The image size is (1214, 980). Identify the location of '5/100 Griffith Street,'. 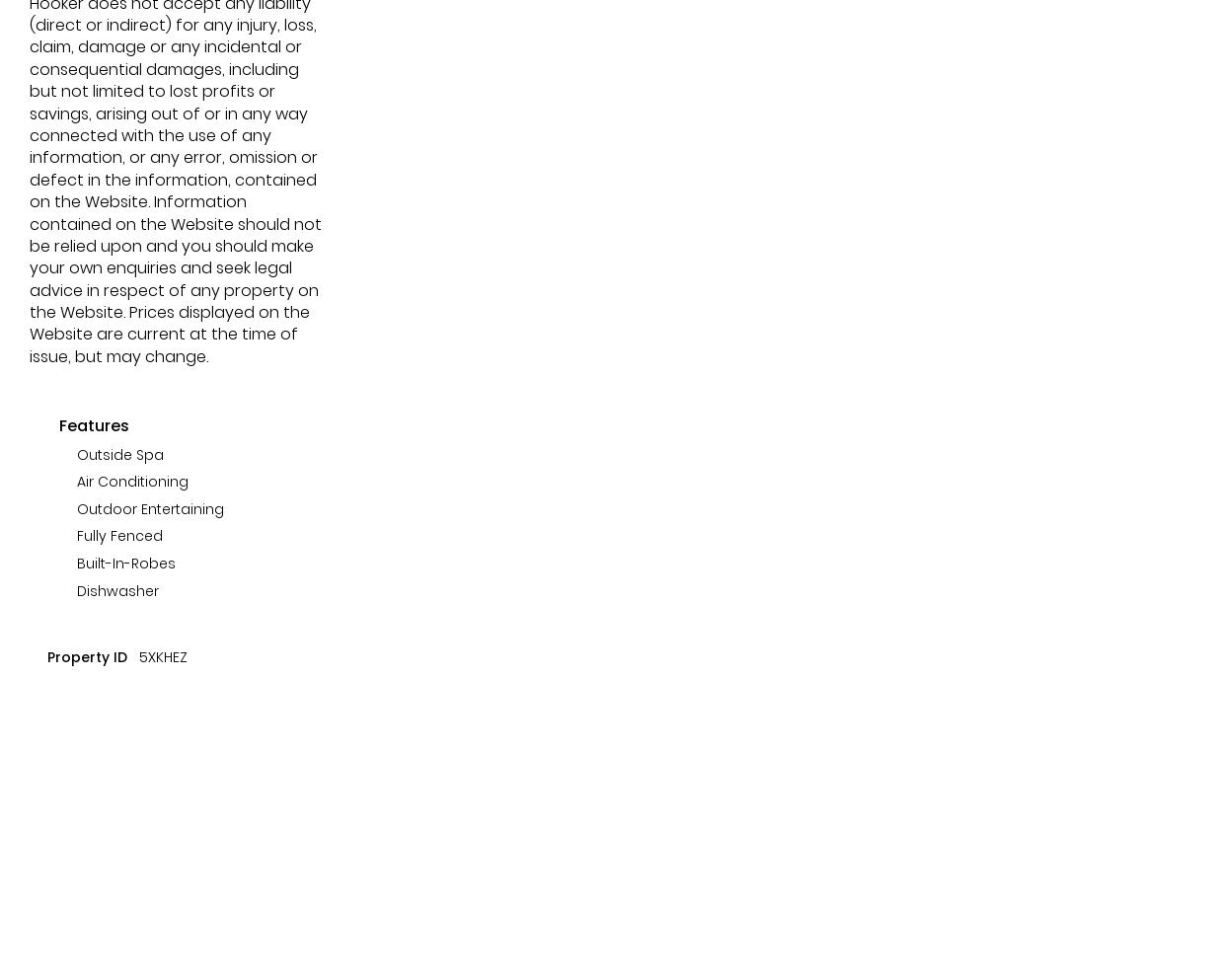
(177, 254).